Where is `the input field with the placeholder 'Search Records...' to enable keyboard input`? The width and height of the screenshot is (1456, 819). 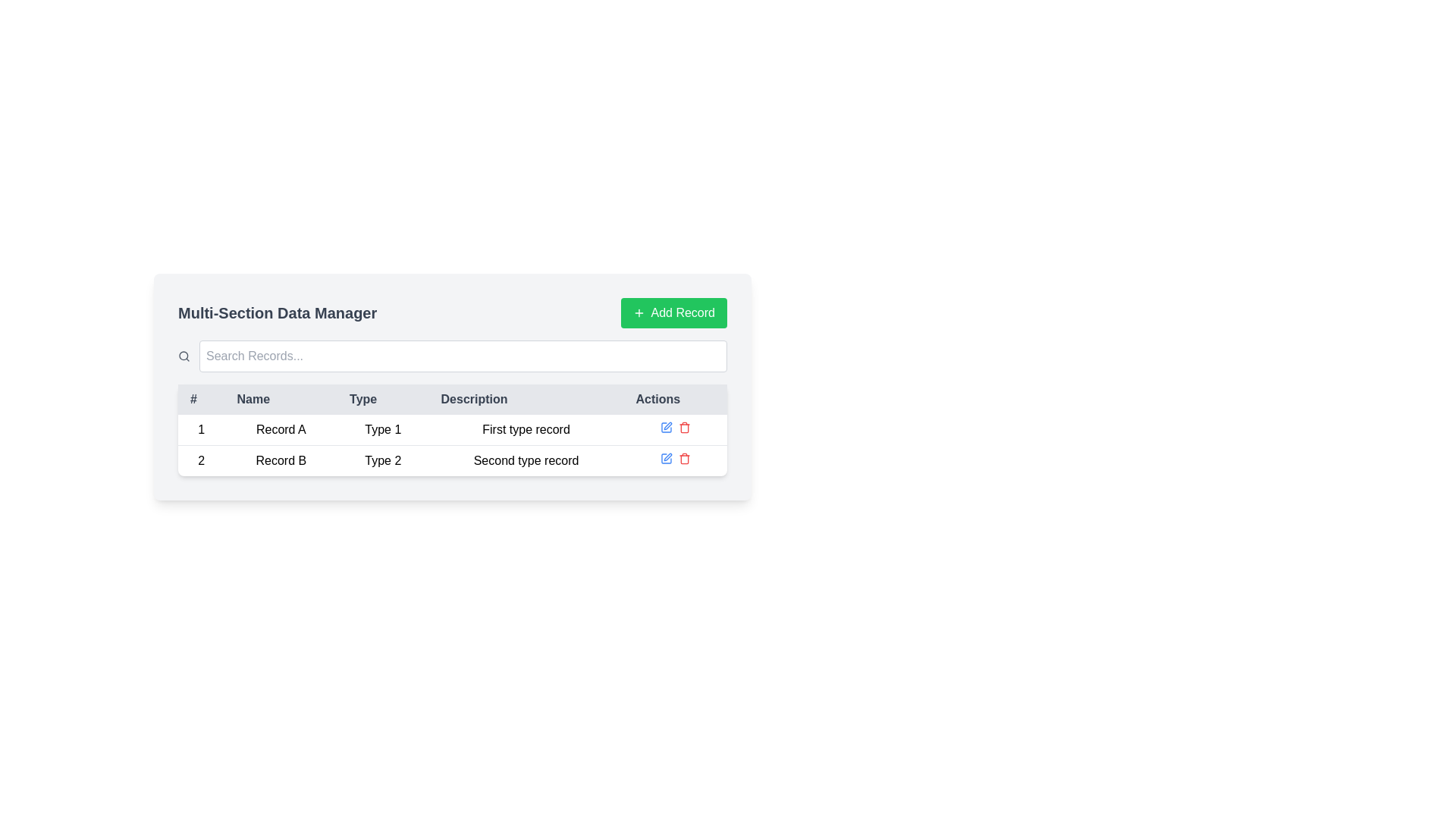 the input field with the placeholder 'Search Records...' to enable keyboard input is located at coordinates (451, 356).